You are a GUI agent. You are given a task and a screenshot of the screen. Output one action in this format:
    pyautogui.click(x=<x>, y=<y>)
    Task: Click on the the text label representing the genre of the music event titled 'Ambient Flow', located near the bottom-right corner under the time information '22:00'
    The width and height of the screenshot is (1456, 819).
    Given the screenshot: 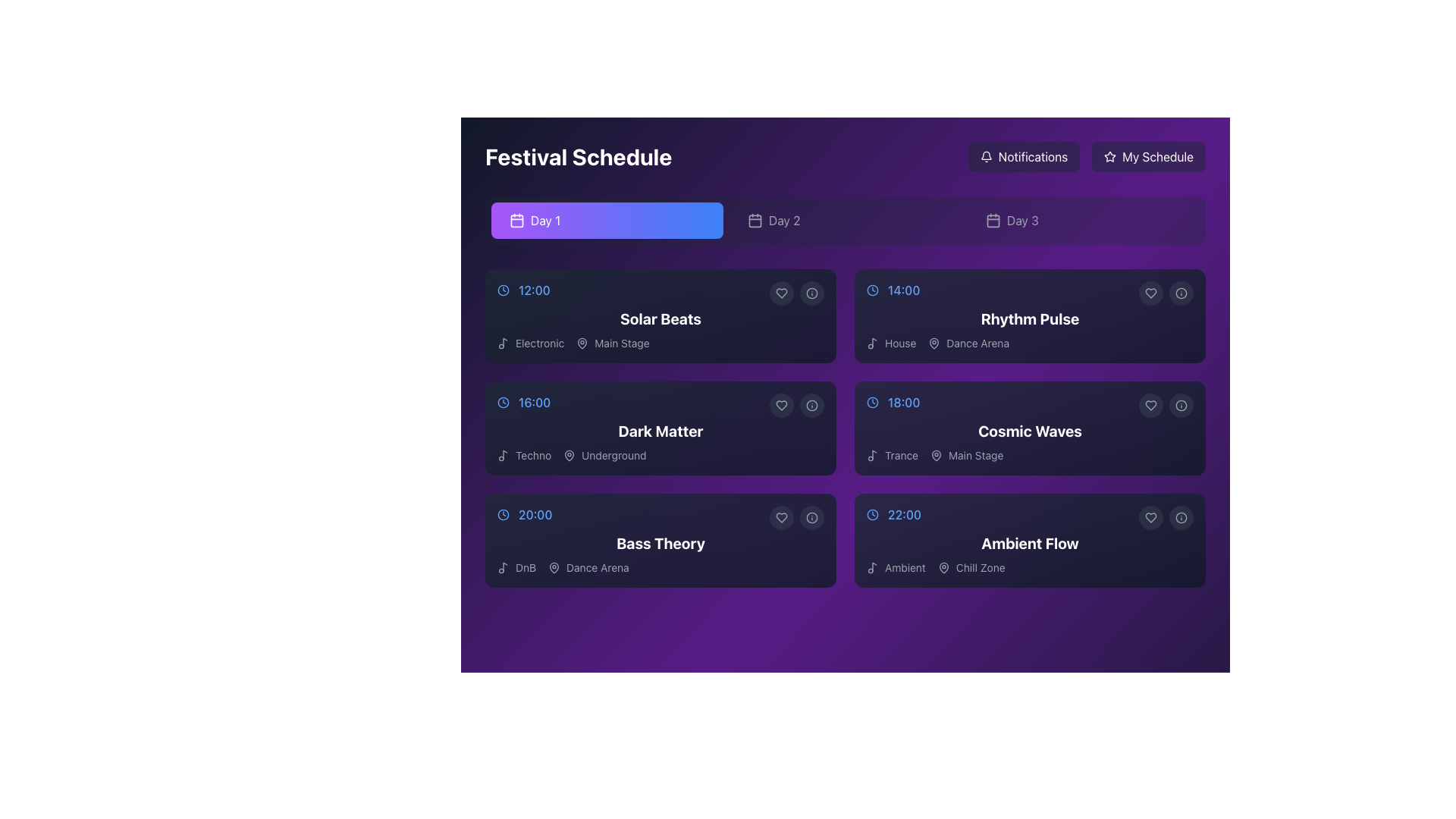 What is the action you would take?
    pyautogui.click(x=905, y=567)
    